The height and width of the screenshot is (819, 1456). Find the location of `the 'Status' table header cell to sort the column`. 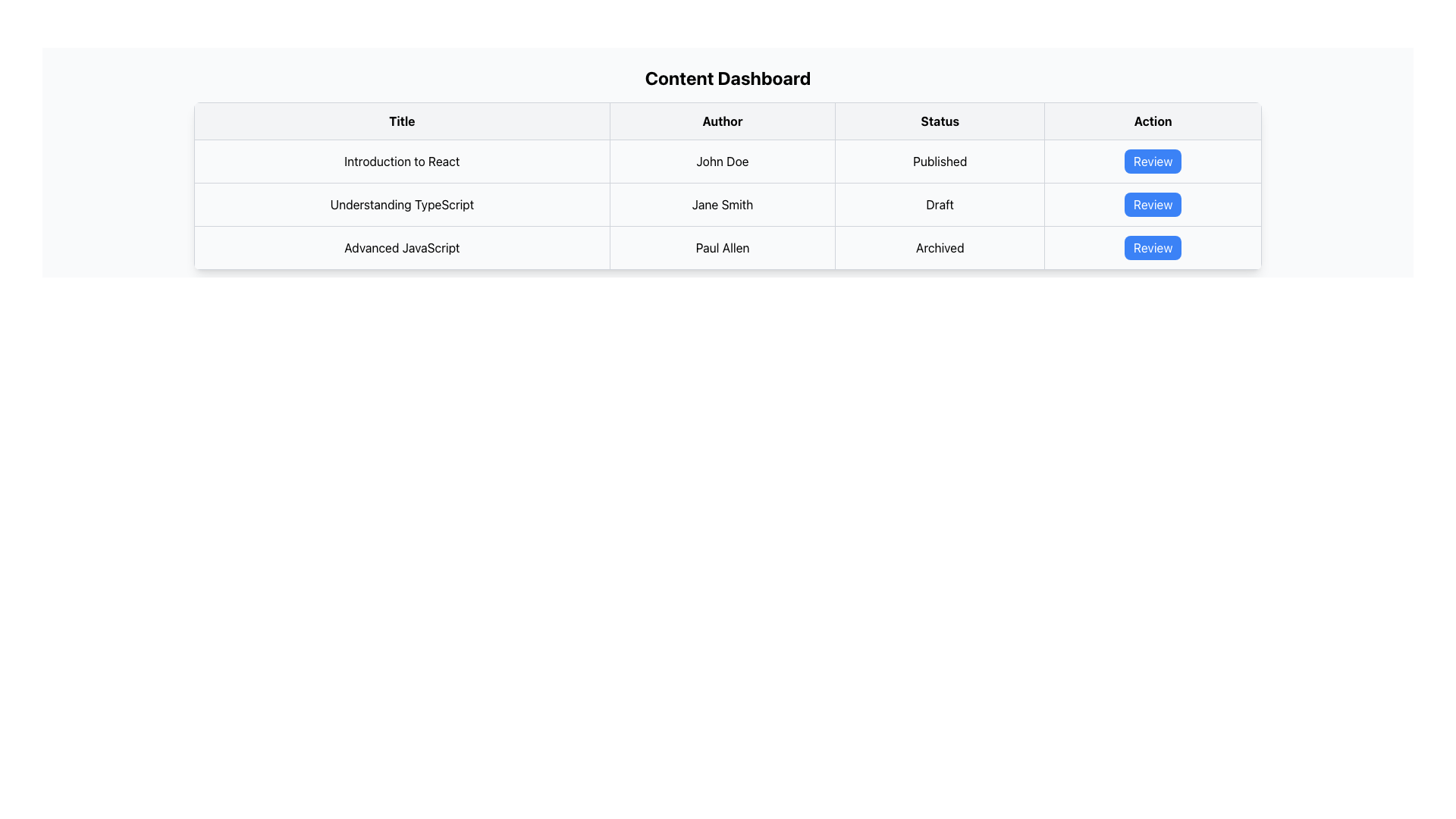

the 'Status' table header cell to sort the column is located at coordinates (939, 120).